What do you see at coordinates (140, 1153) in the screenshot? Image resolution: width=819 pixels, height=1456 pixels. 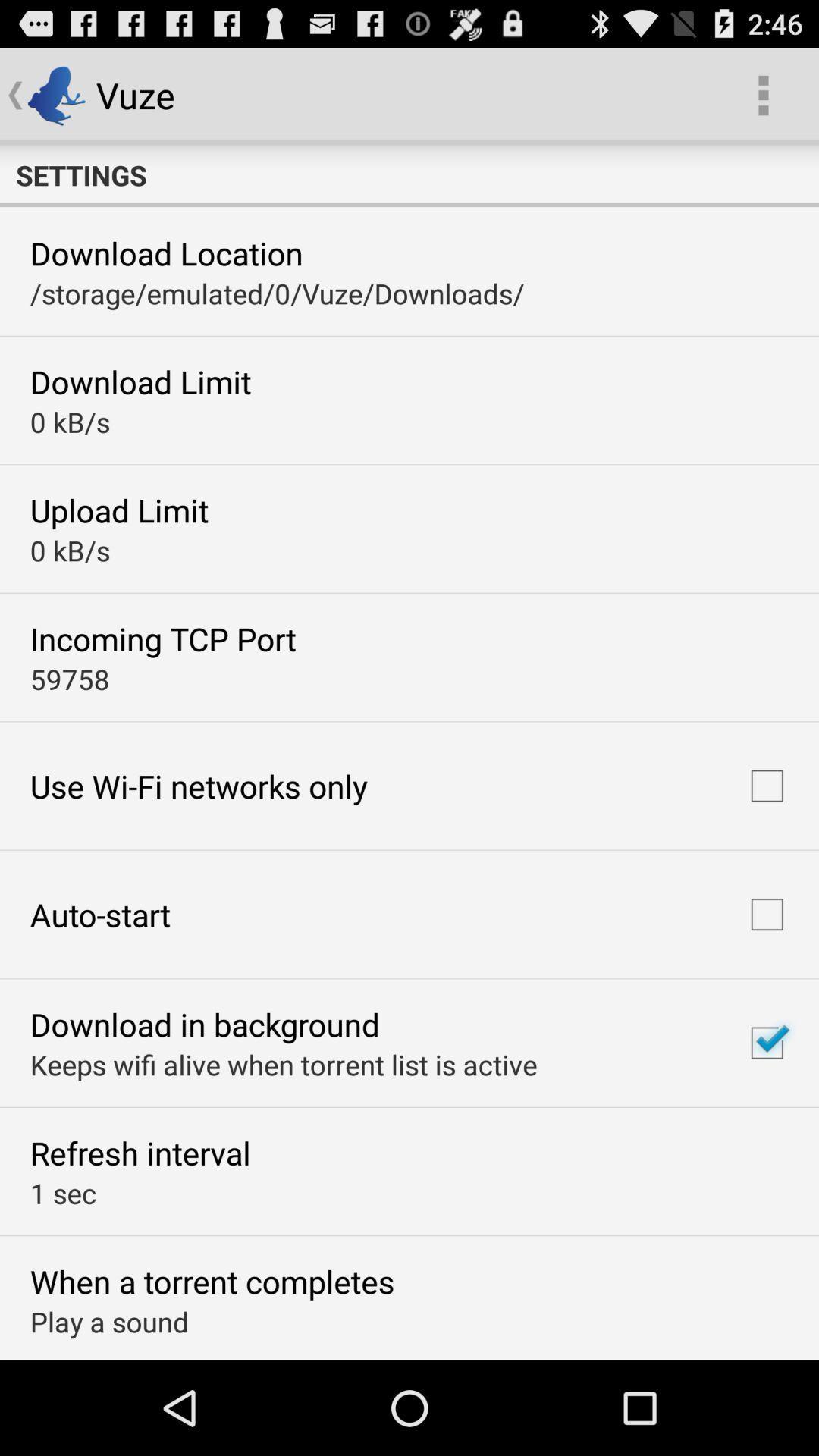 I see `icon above 1 sec item` at bounding box center [140, 1153].